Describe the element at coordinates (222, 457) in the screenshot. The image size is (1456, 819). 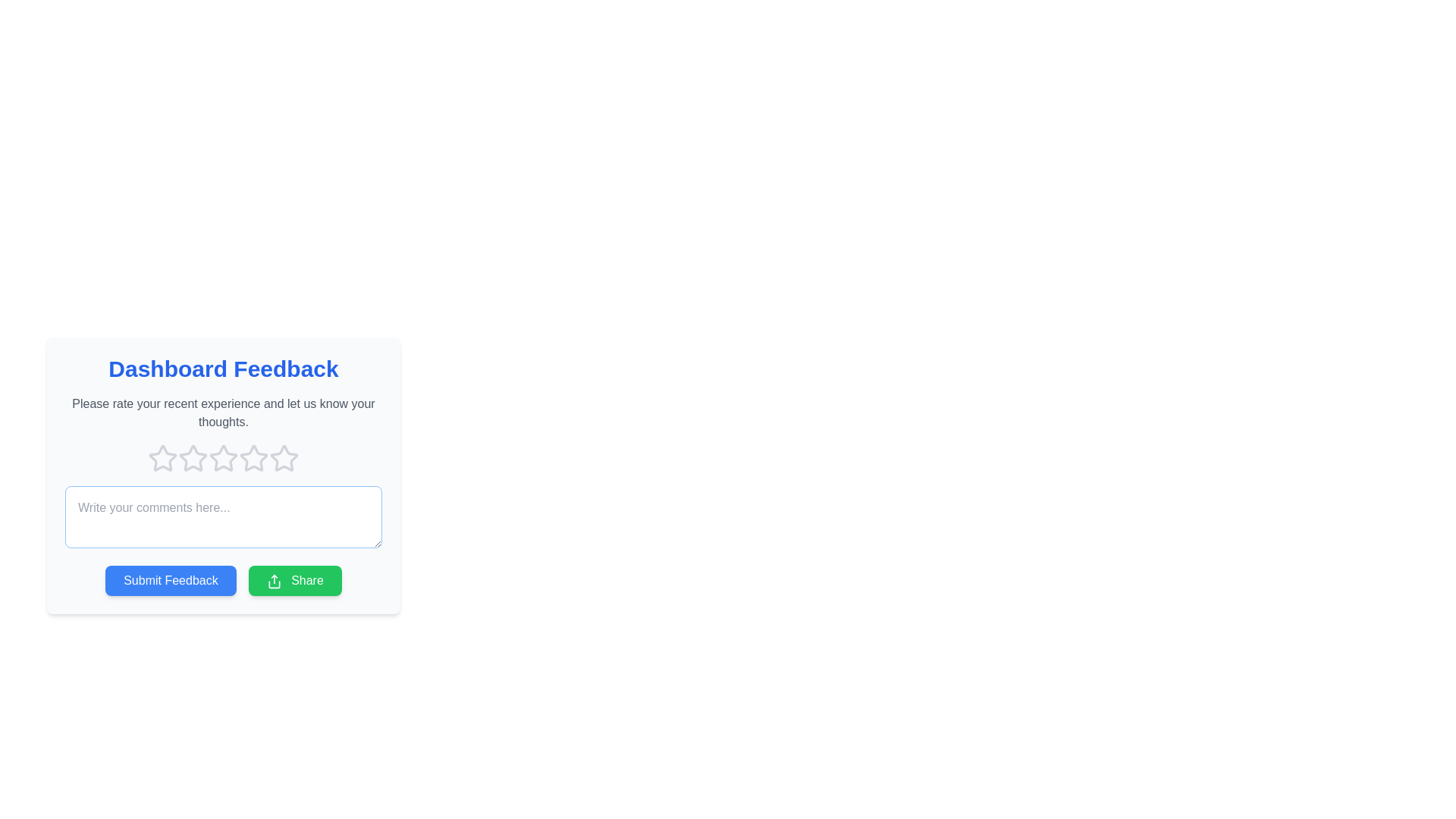
I see `the second star-shaped icon in the rating system located below the 'Dashboard Feedback' heading` at that location.